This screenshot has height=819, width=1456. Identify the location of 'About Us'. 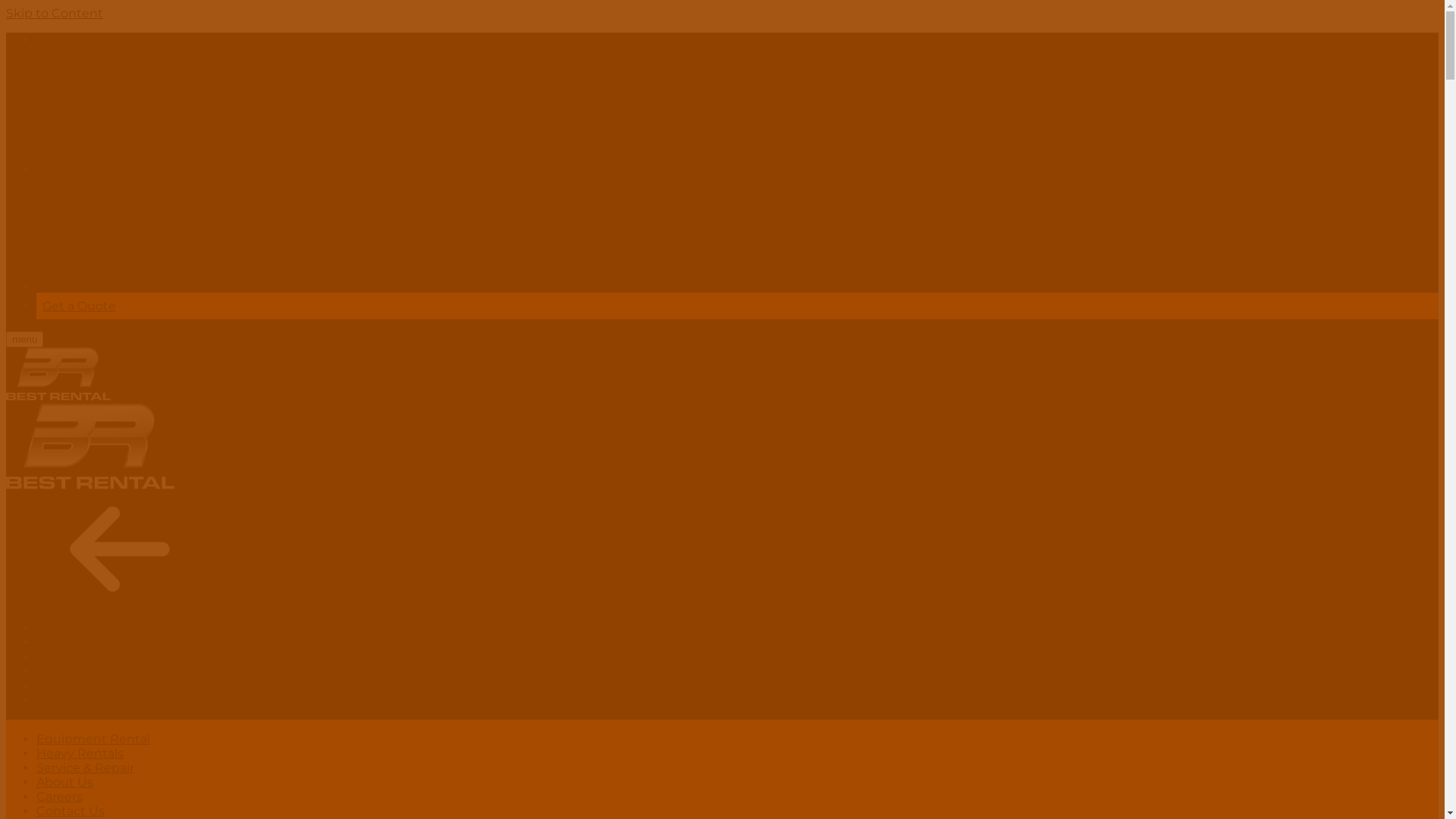
(64, 782).